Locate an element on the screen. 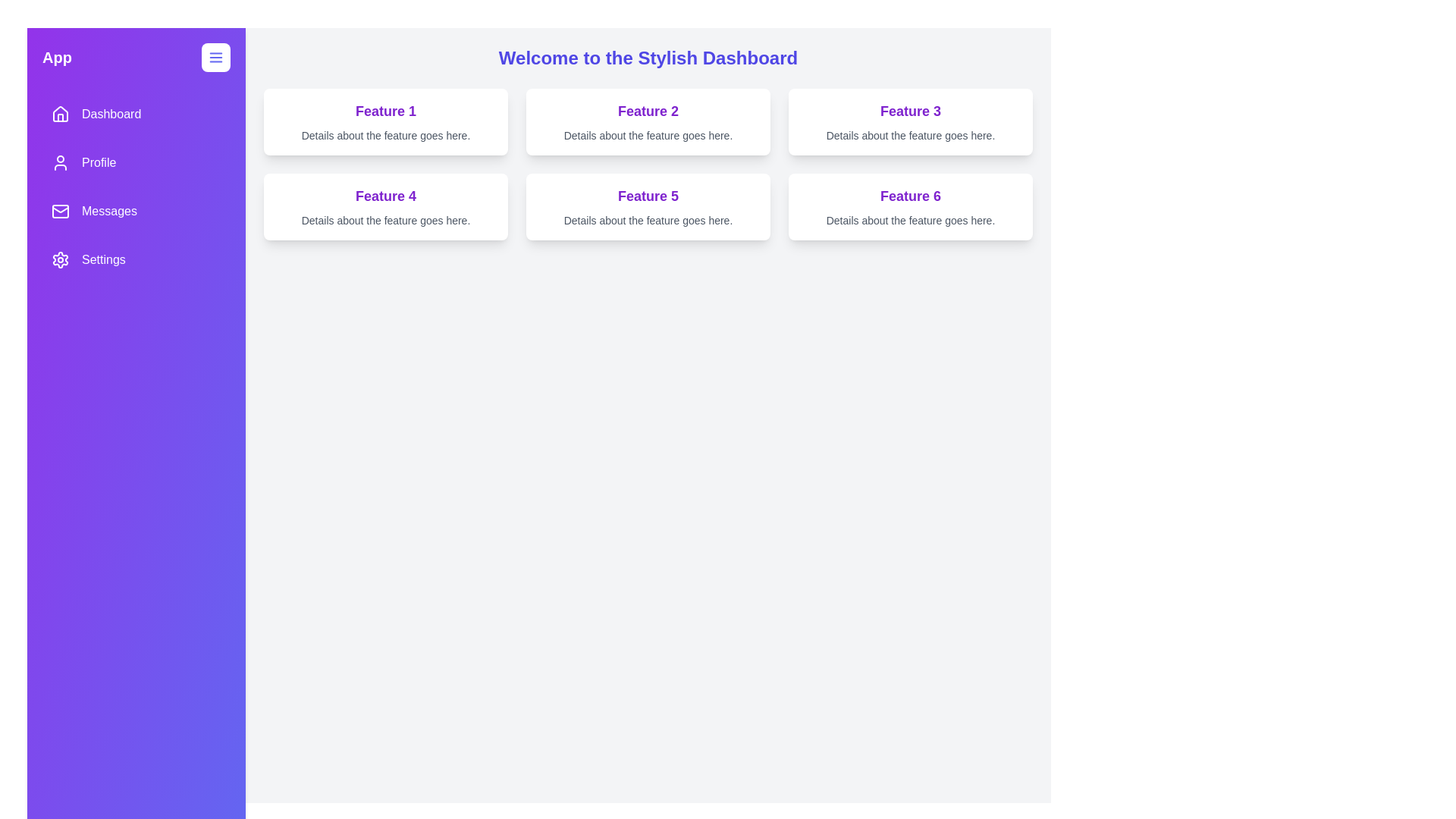  the title heading of the last card in the second row within the grid layout in the main content area is located at coordinates (910, 195).